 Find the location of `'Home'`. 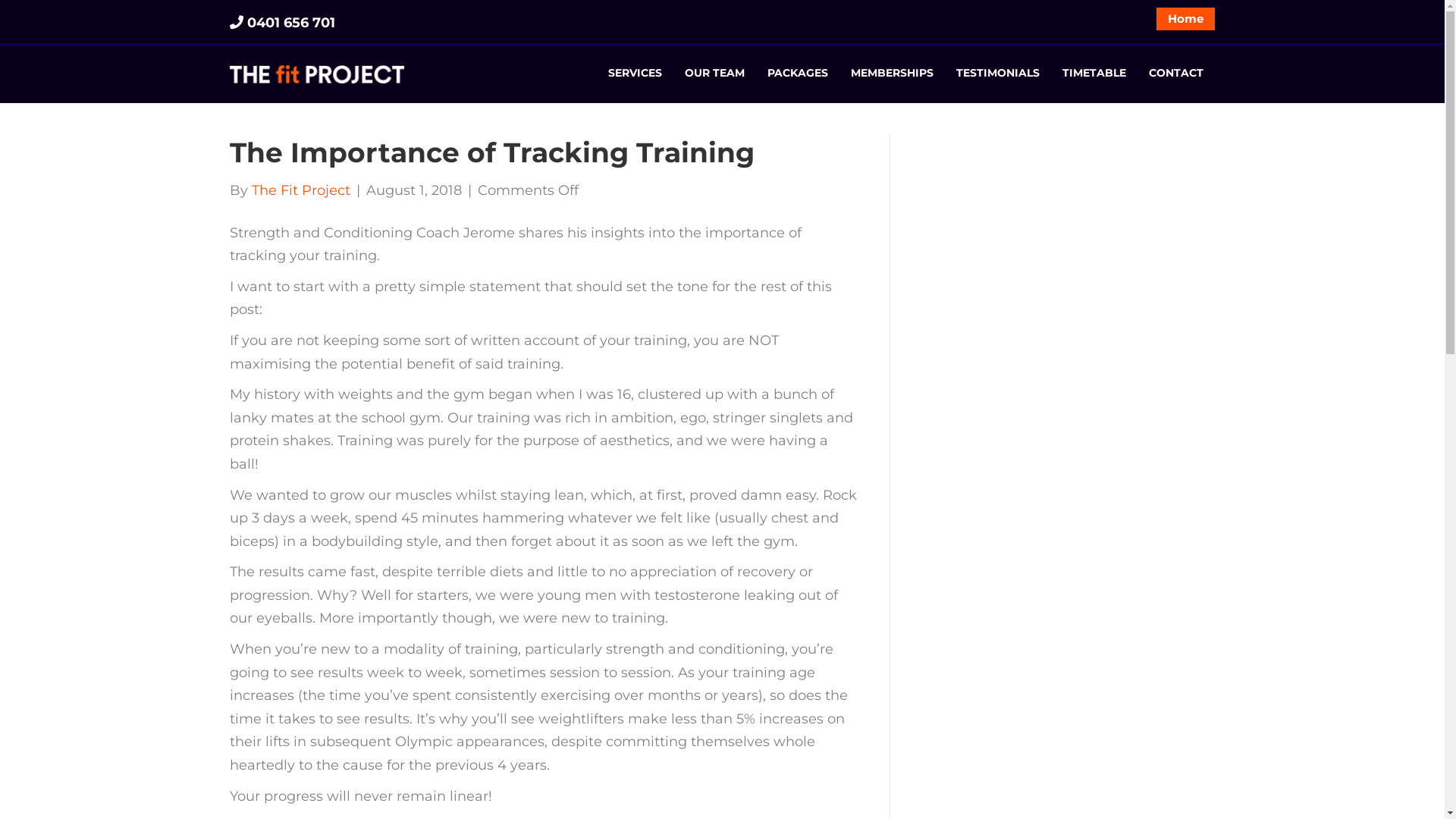

'Home' is located at coordinates (1185, 18).